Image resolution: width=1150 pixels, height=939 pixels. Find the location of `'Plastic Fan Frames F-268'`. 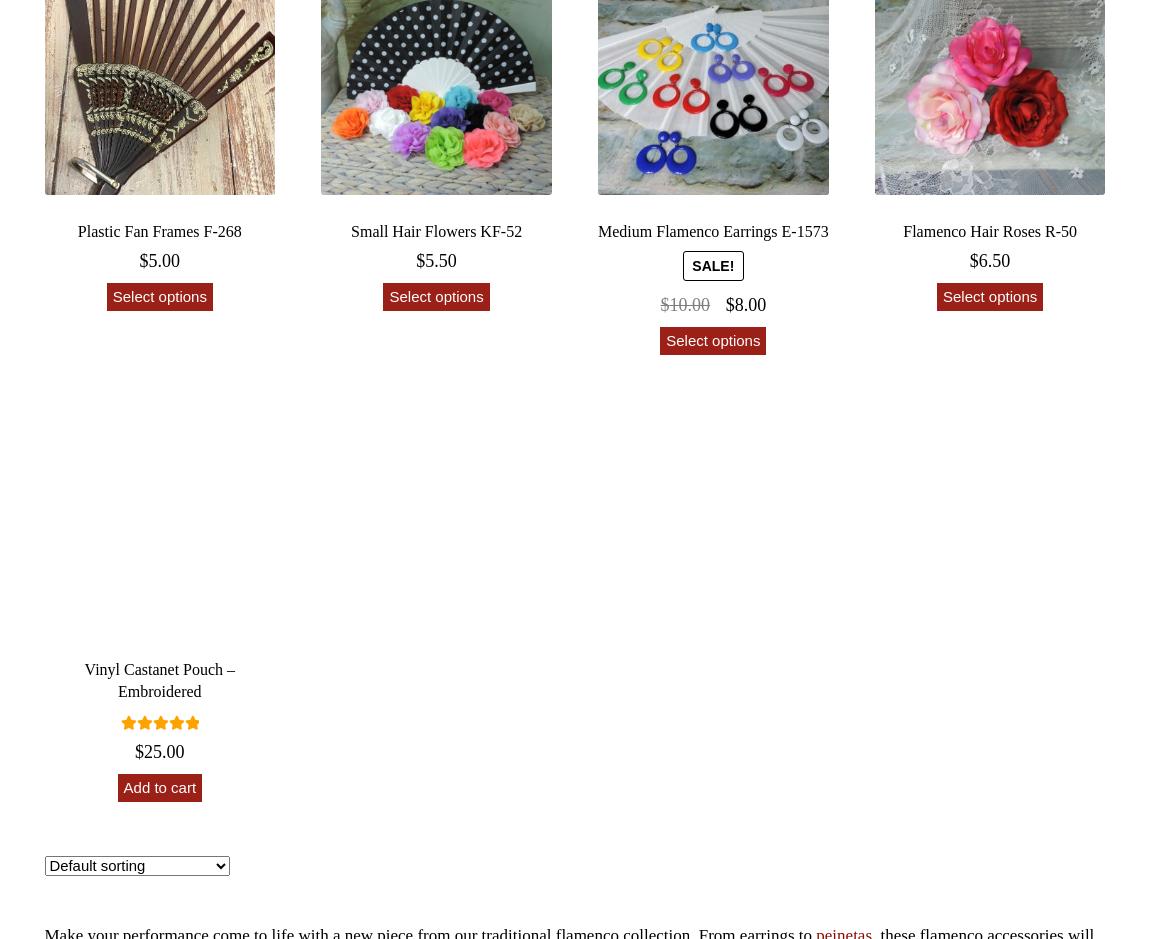

'Plastic Fan Frames F-268' is located at coordinates (158, 230).